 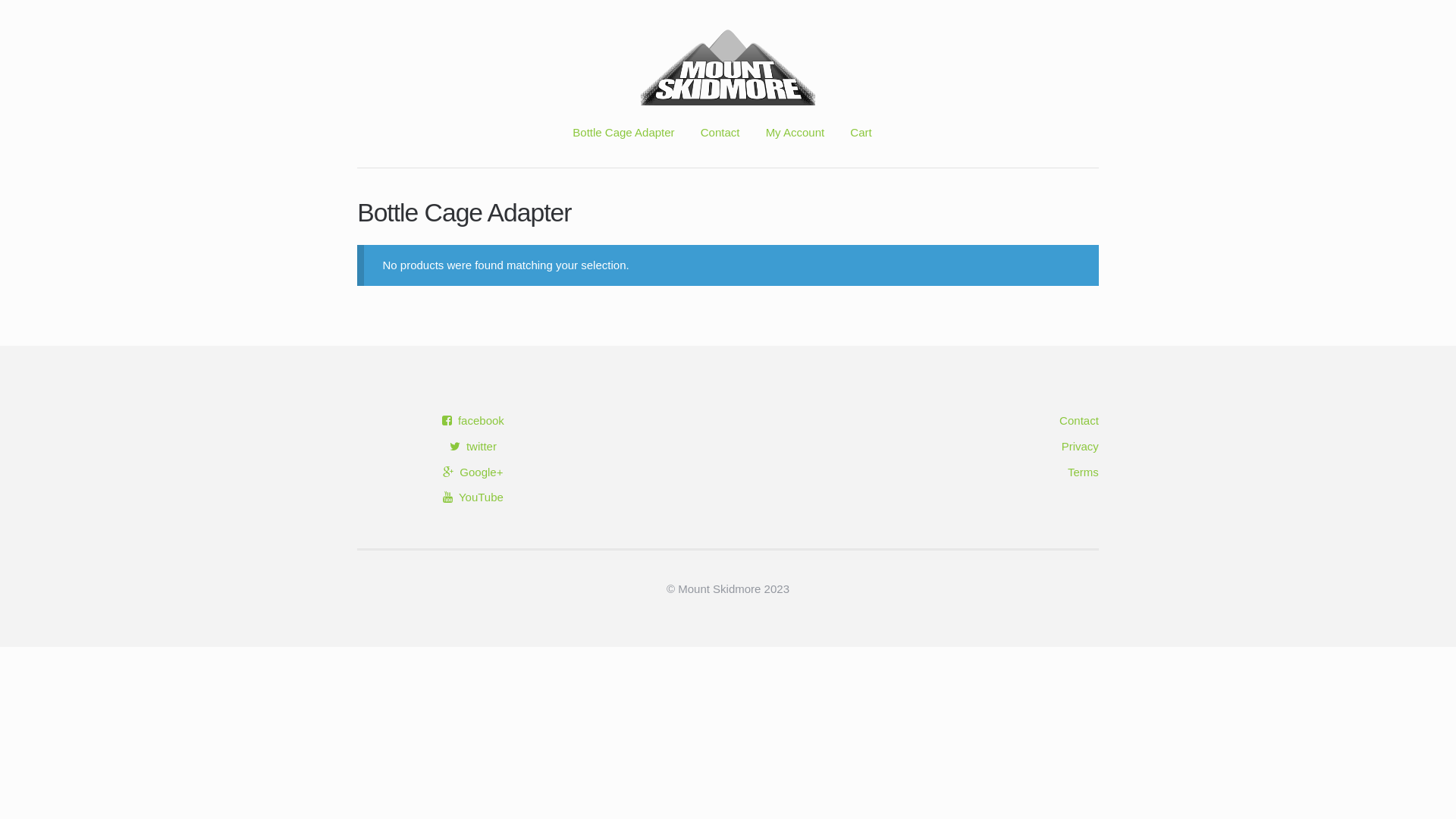 I want to click on 'Google+', so click(x=442, y=471).